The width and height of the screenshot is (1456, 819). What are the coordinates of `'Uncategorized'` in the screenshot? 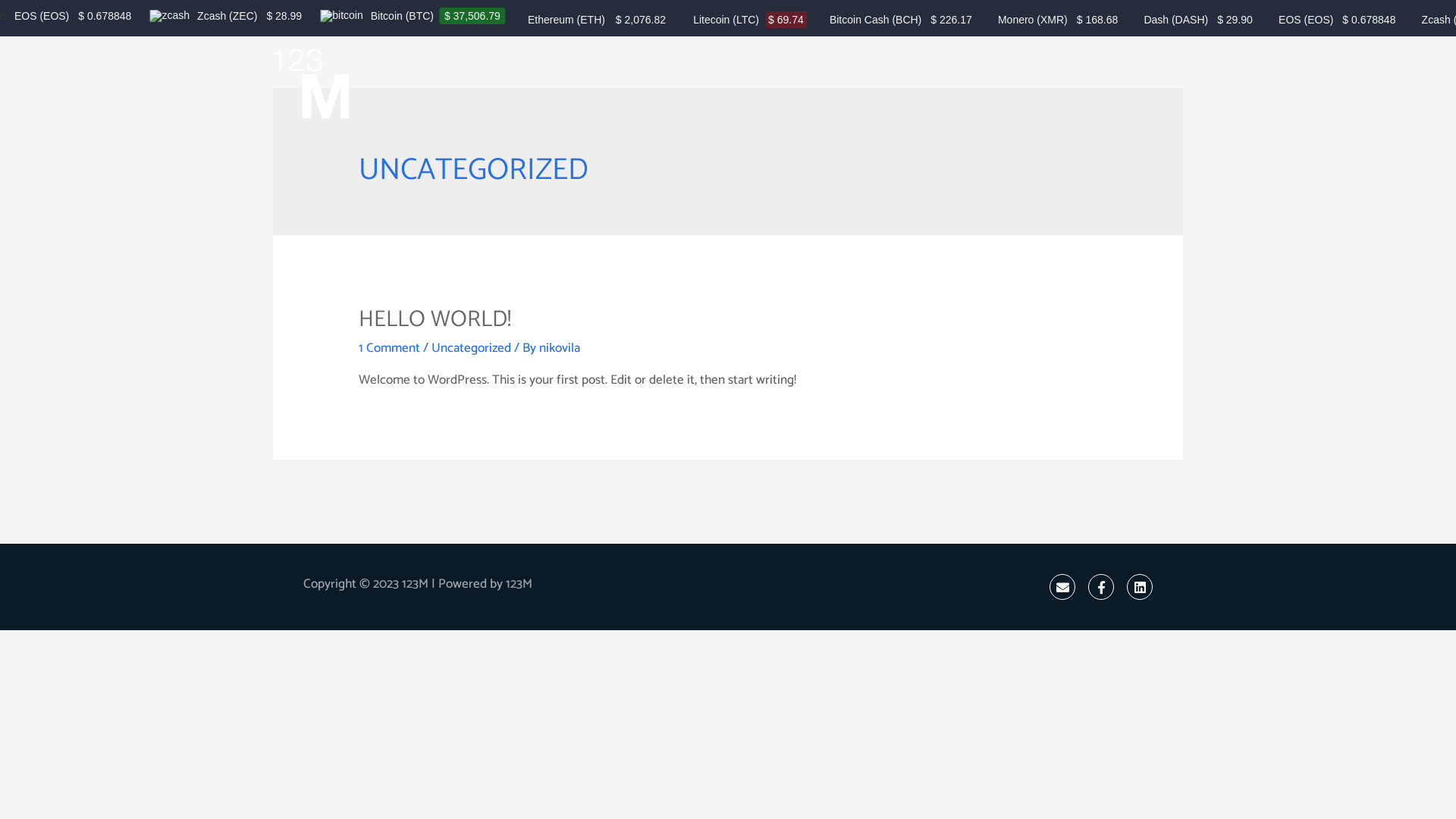 It's located at (470, 348).